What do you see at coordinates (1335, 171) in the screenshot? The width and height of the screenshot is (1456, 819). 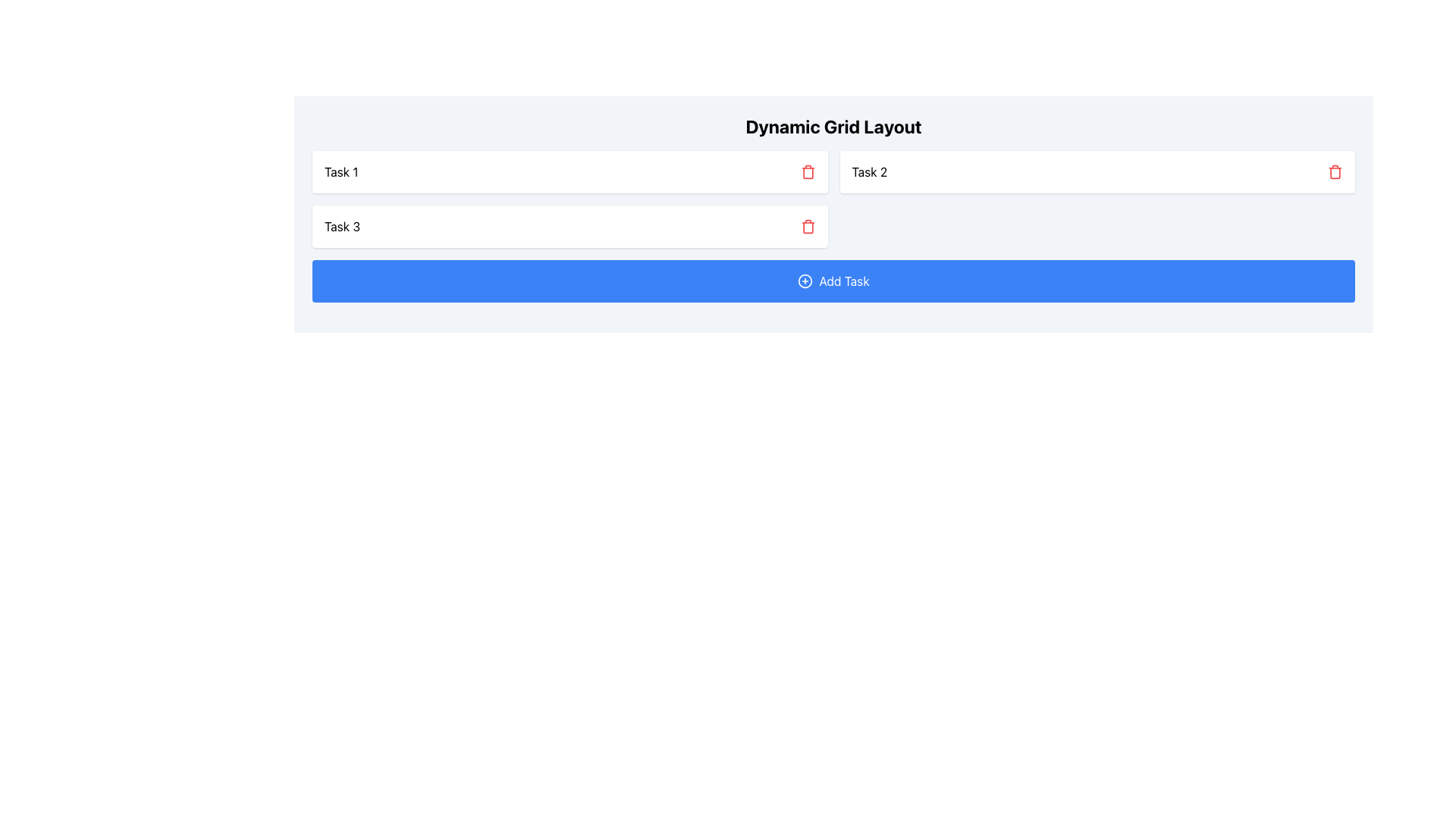 I see `the delete button icon located to the far right of 'Task 2'` at bounding box center [1335, 171].